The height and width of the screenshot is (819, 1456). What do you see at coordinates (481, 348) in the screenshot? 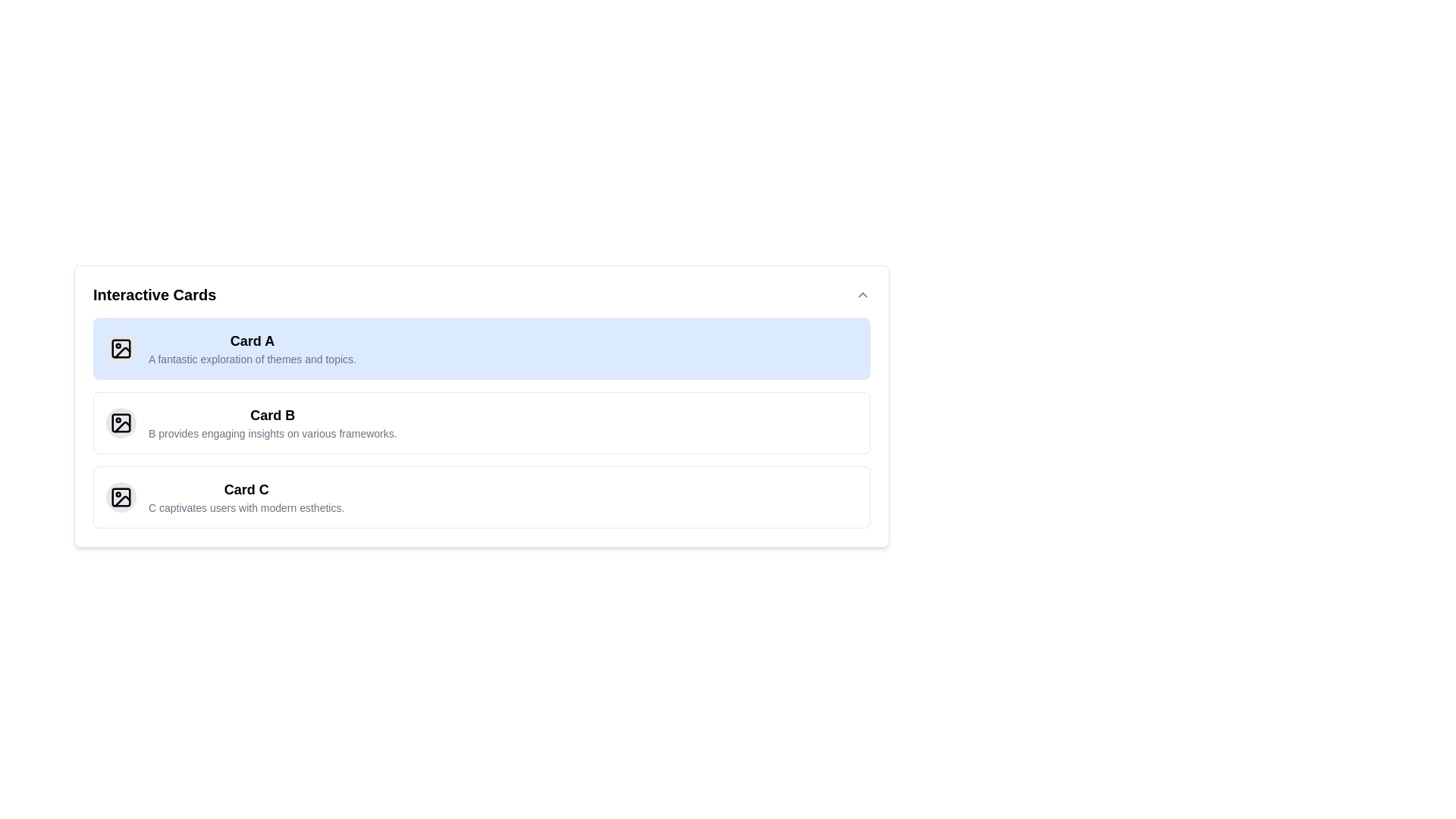
I see `to select or activate the List Card representing 'Card A', which is positioned at the top of the vertical list and has a light blue background` at bounding box center [481, 348].